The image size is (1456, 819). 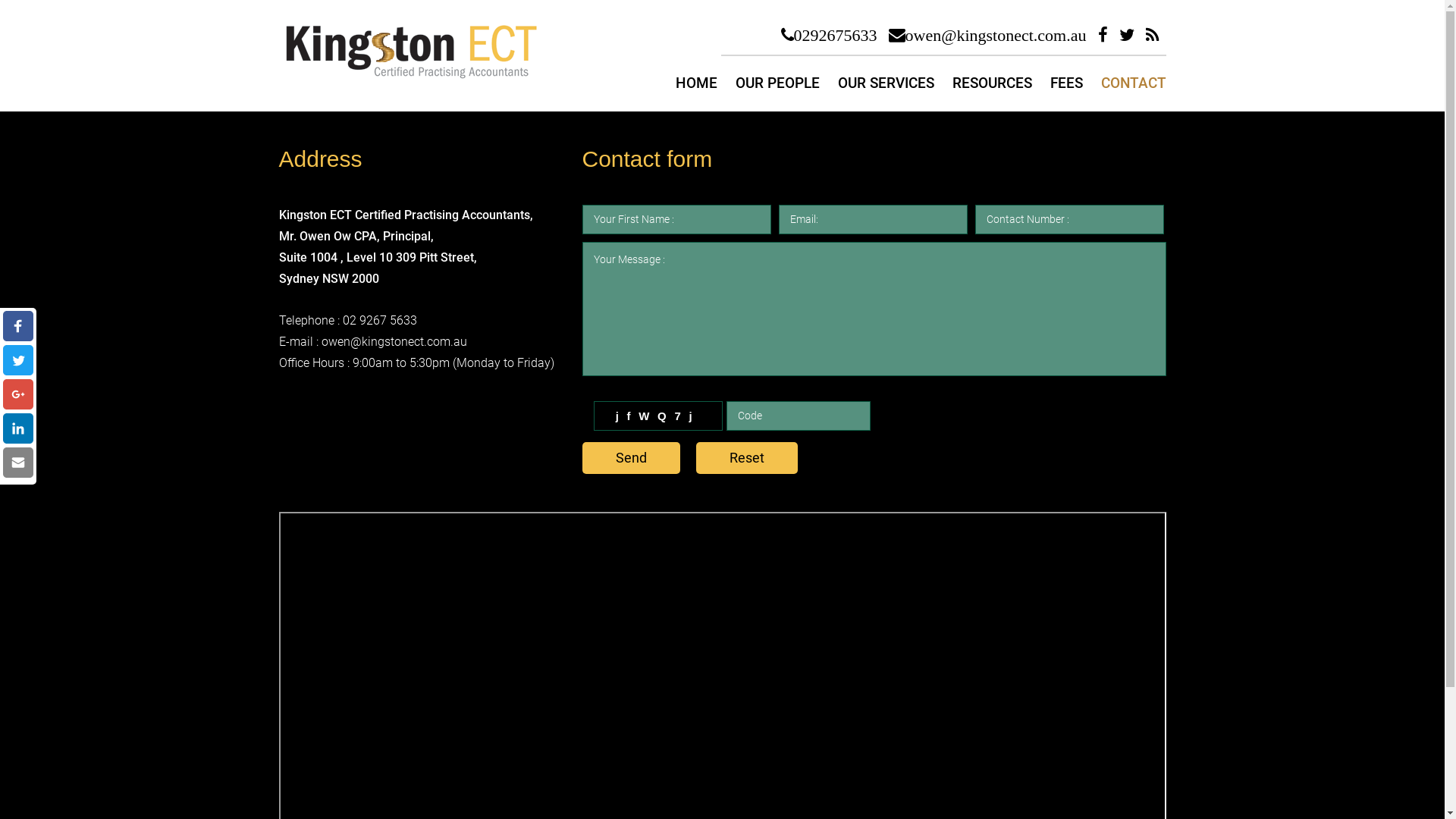 I want to click on 'HOME', so click(x=695, y=83).